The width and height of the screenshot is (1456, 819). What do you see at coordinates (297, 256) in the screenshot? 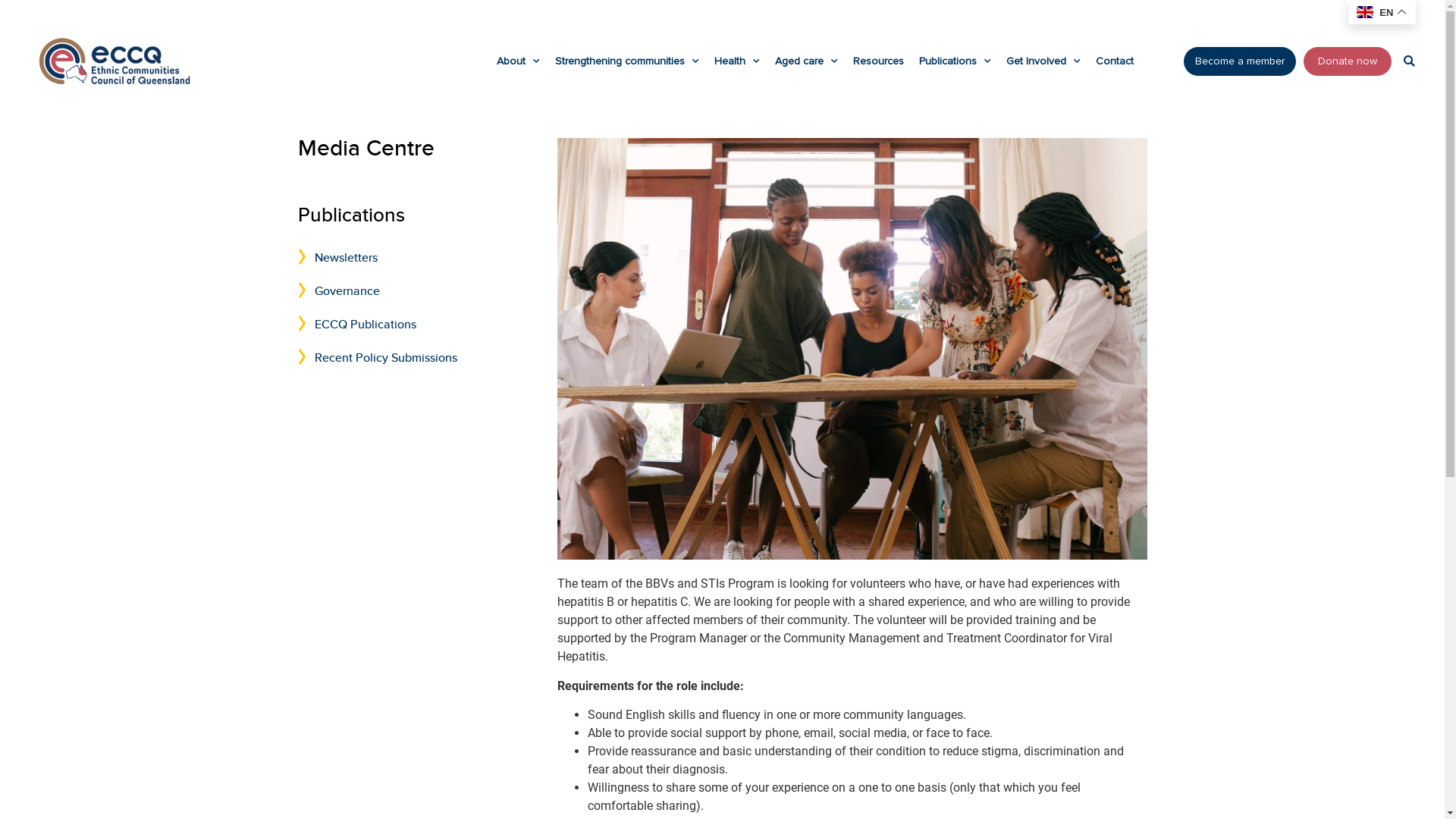
I see `'Newsletters'` at bounding box center [297, 256].